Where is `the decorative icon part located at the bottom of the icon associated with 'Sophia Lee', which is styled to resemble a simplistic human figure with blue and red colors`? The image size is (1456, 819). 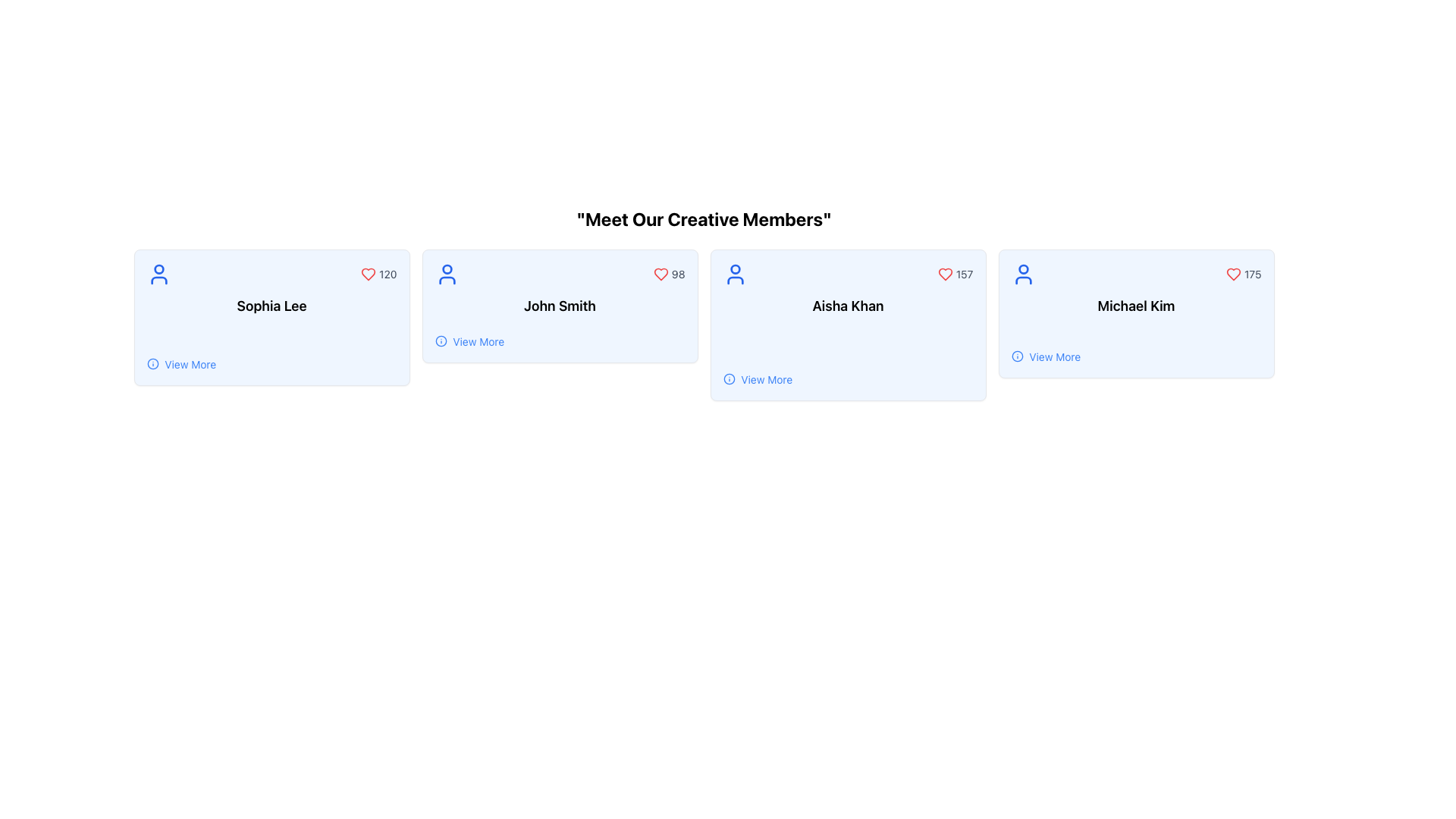 the decorative icon part located at the bottom of the icon associated with 'Sophia Lee', which is styled to resemble a simplistic human figure with blue and red colors is located at coordinates (158, 281).